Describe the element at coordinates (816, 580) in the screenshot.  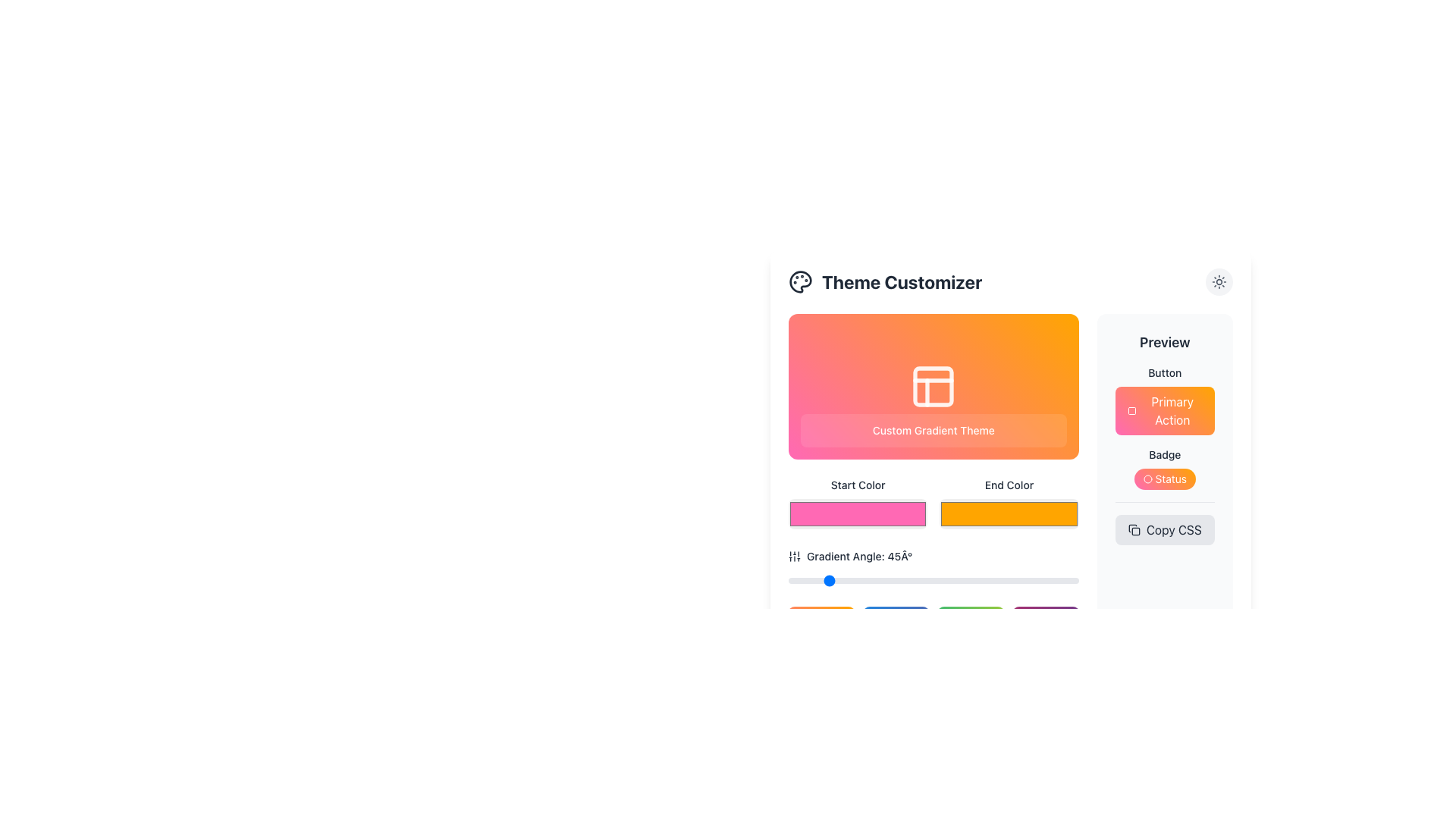
I see `the gradient angle` at that location.